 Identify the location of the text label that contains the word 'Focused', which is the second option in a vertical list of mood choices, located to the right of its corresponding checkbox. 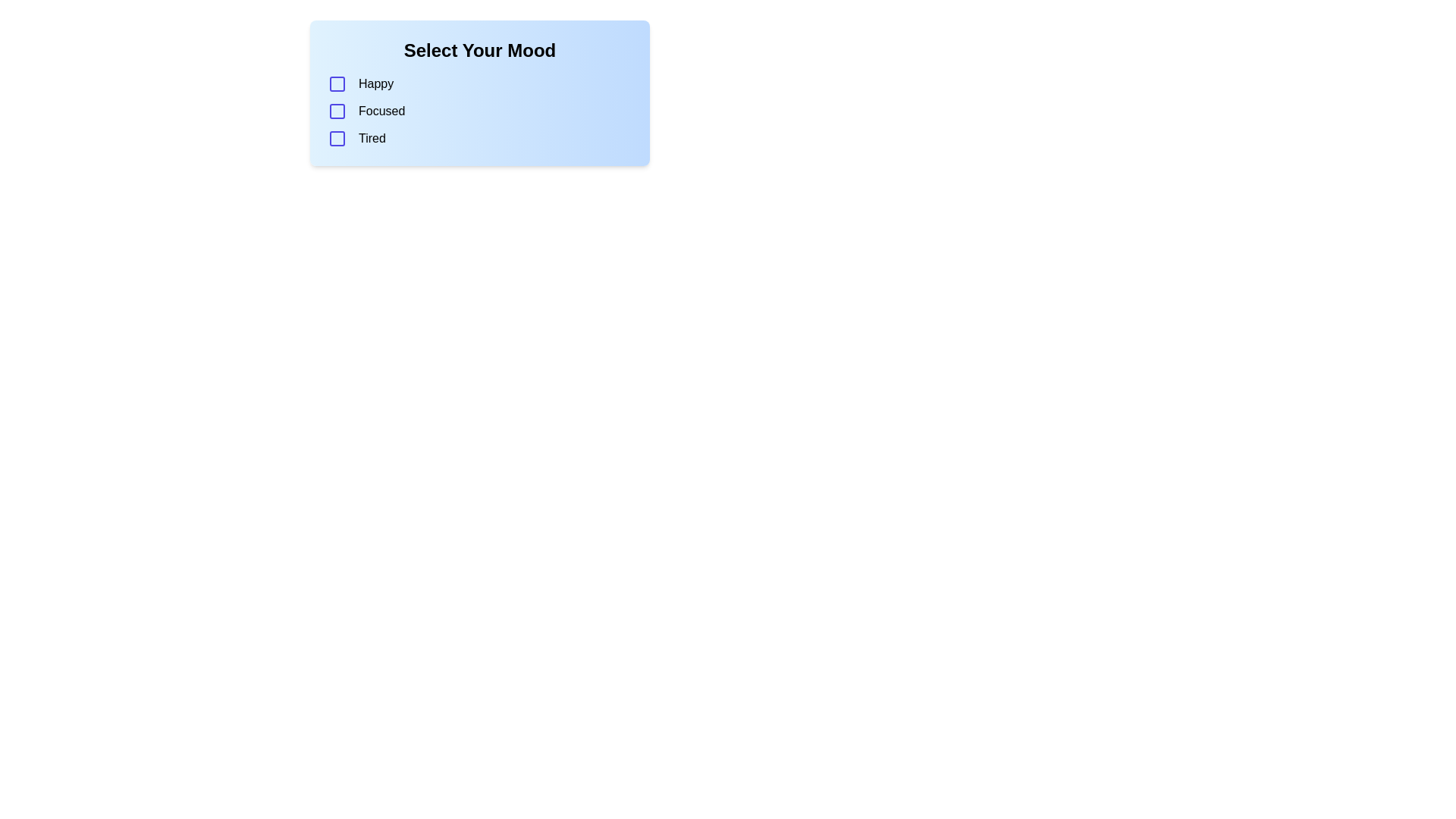
(381, 110).